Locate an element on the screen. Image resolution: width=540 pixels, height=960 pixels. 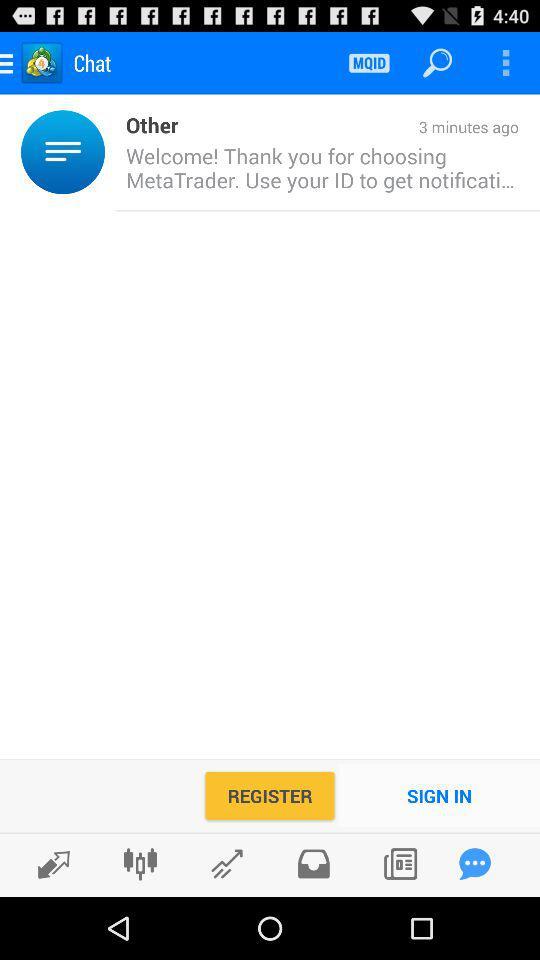
item below the welcome thank you is located at coordinates (438, 795).